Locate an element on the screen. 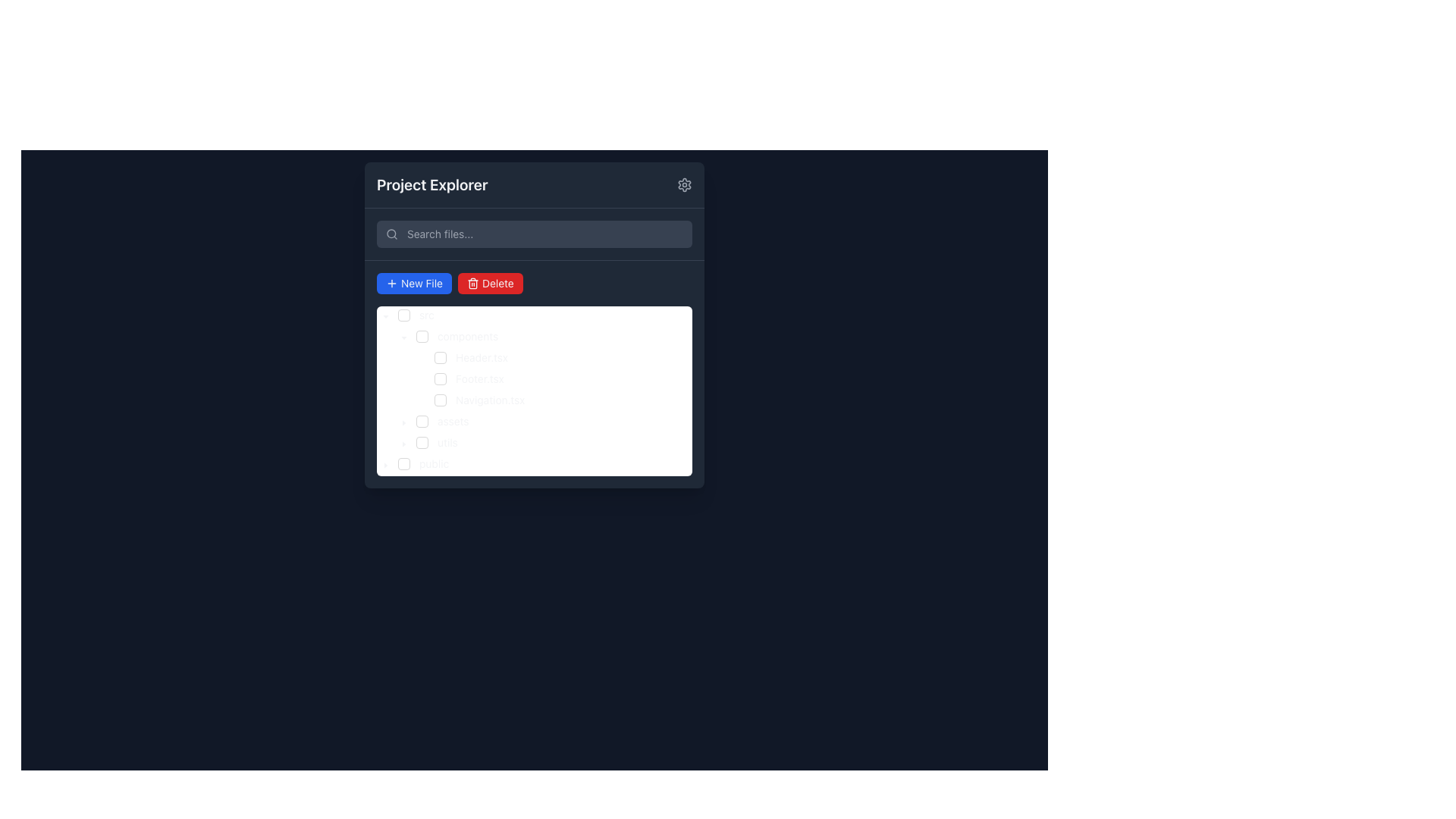 This screenshot has height=819, width=1456. the search icon located inside the search bar at the top of the 'Project Explorer' interface, which indicates the search functionality of the adjacent input field is located at coordinates (392, 234).